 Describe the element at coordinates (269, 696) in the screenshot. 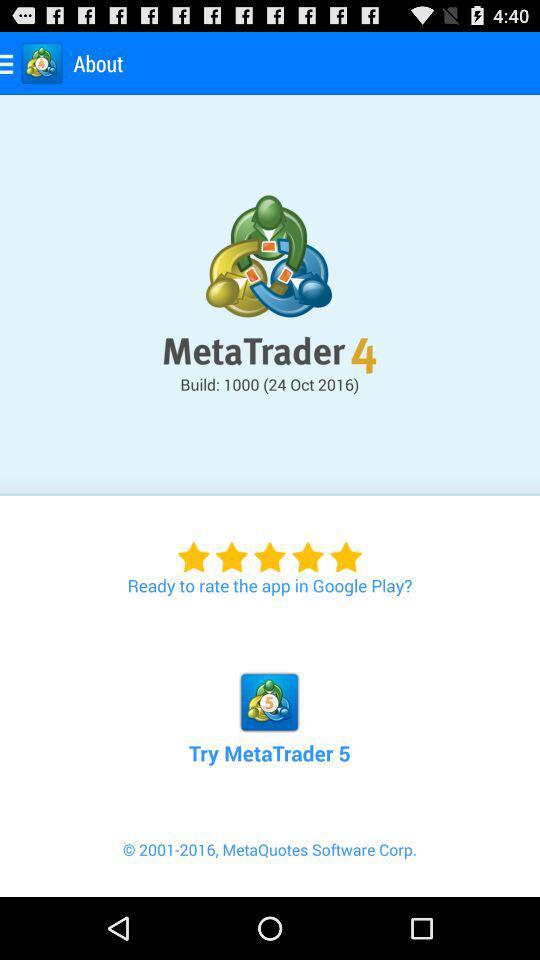

I see `item below the ready to rate item` at that location.